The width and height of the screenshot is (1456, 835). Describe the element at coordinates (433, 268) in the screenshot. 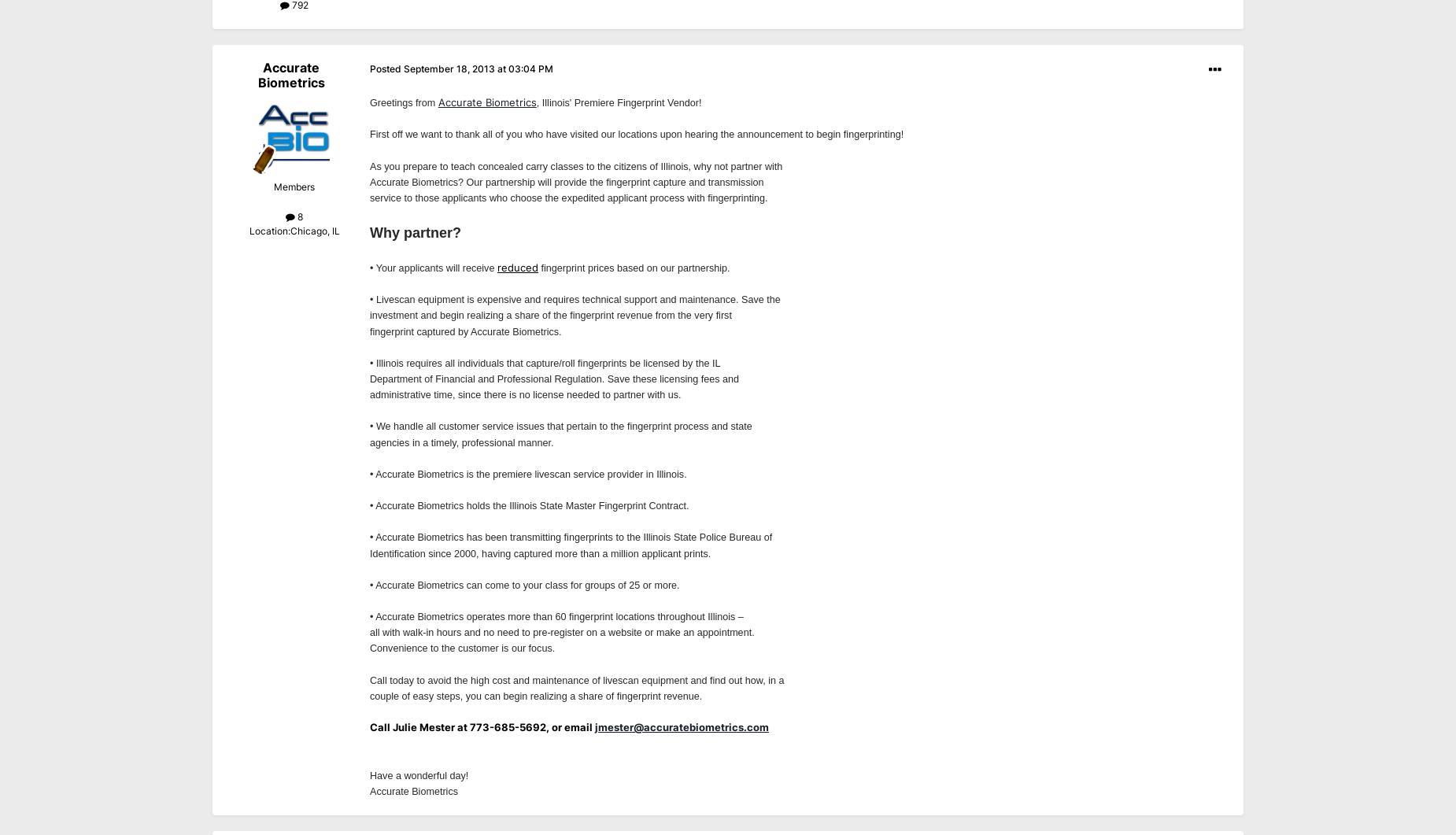

I see `'• Your applicants will receive'` at that location.